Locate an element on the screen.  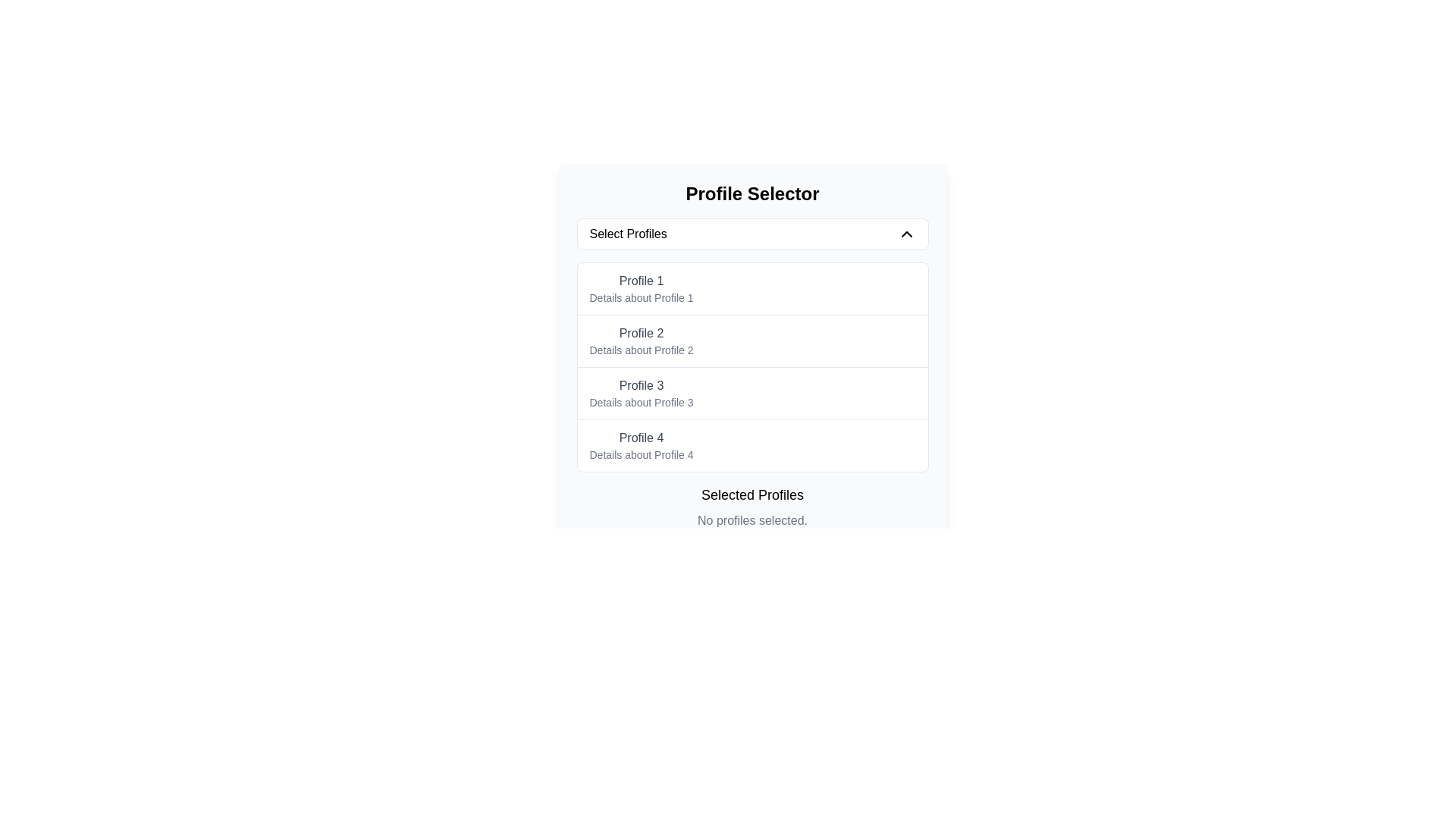
the list item labeled 'Profile 2' is located at coordinates (641, 341).